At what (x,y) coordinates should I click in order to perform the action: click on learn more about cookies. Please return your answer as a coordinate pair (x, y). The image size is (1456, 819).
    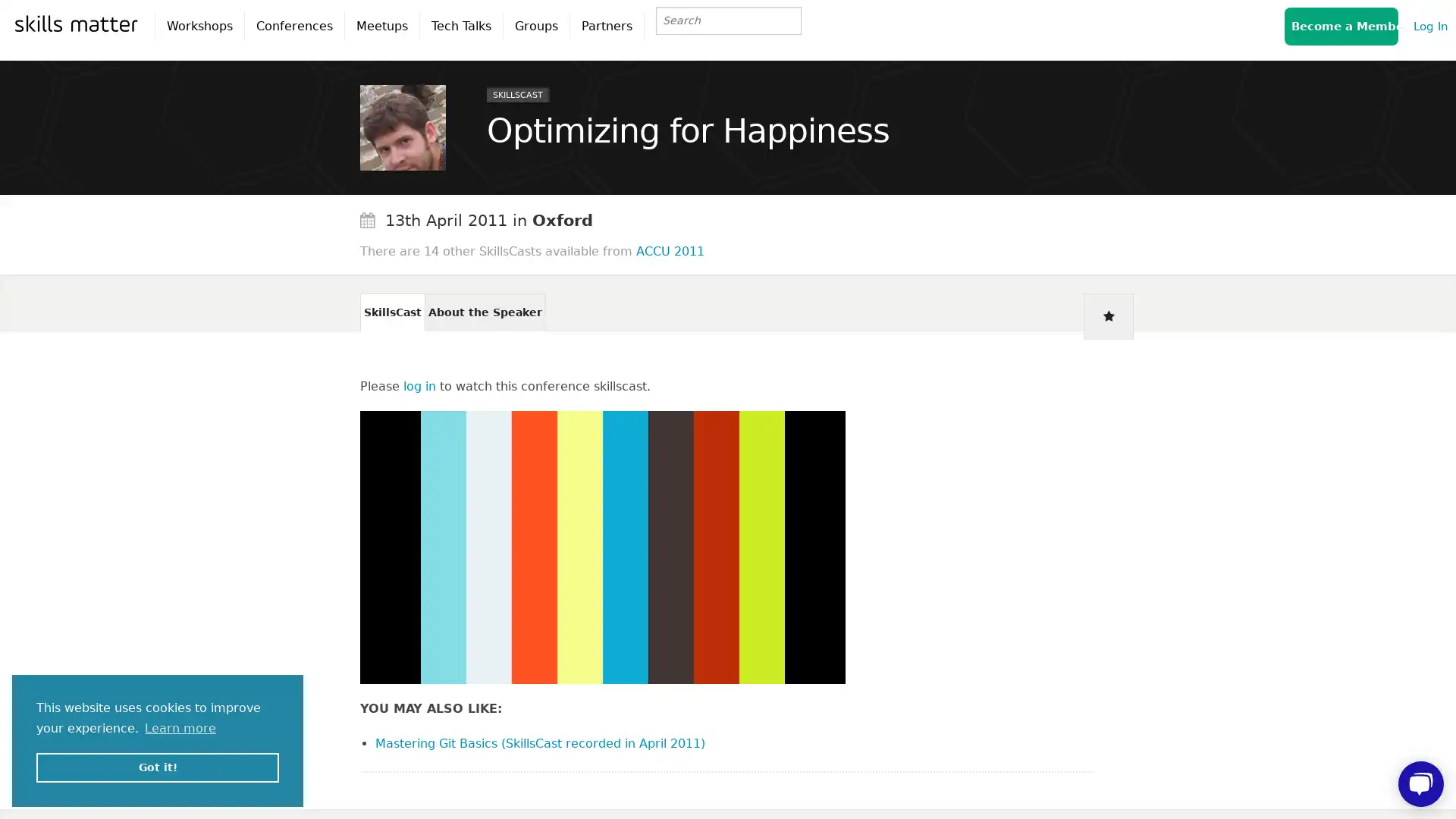
    Looking at the image, I should click on (180, 727).